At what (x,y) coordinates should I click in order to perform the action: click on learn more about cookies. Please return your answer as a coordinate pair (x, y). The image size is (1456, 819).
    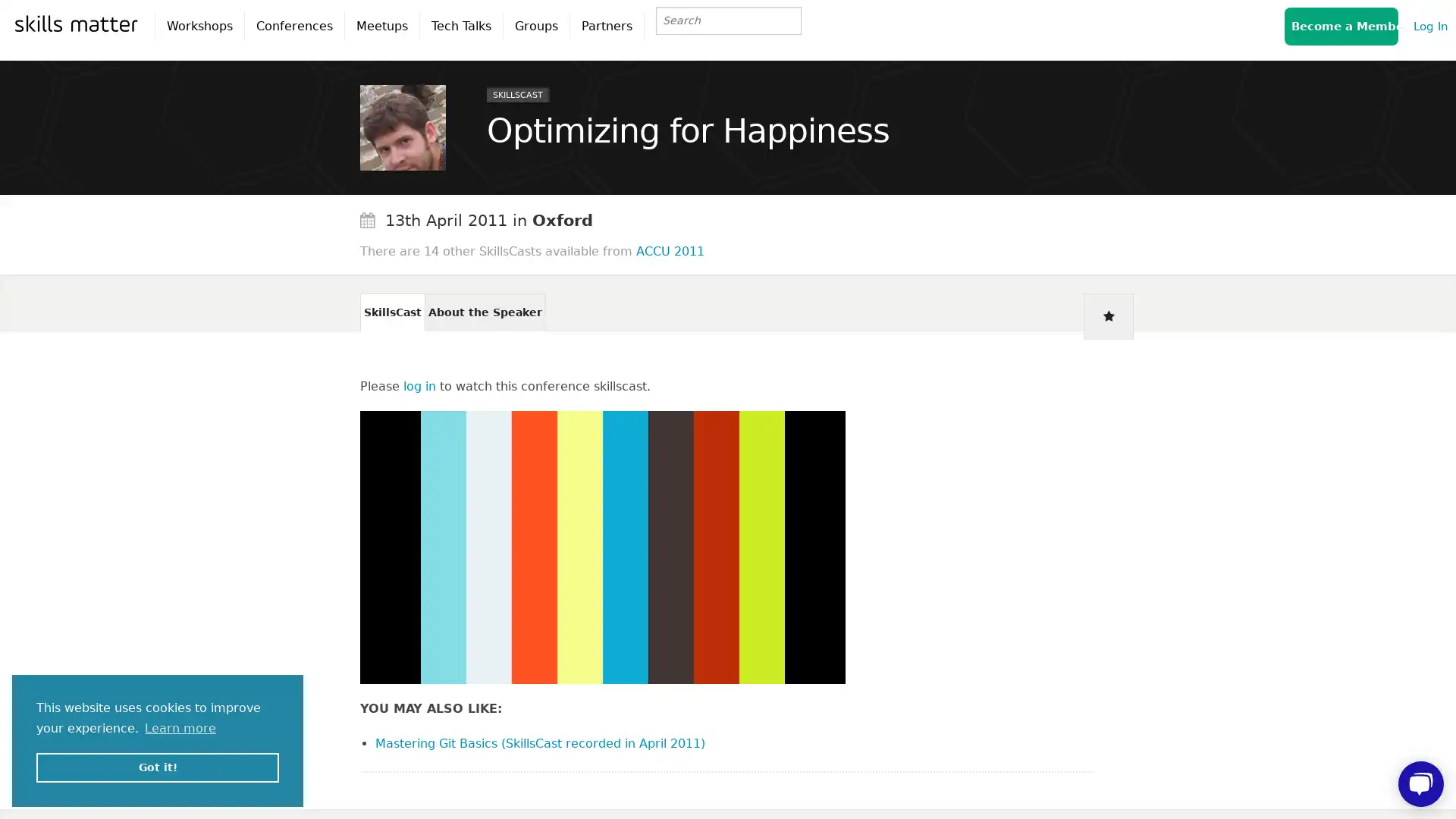
    Looking at the image, I should click on (180, 727).